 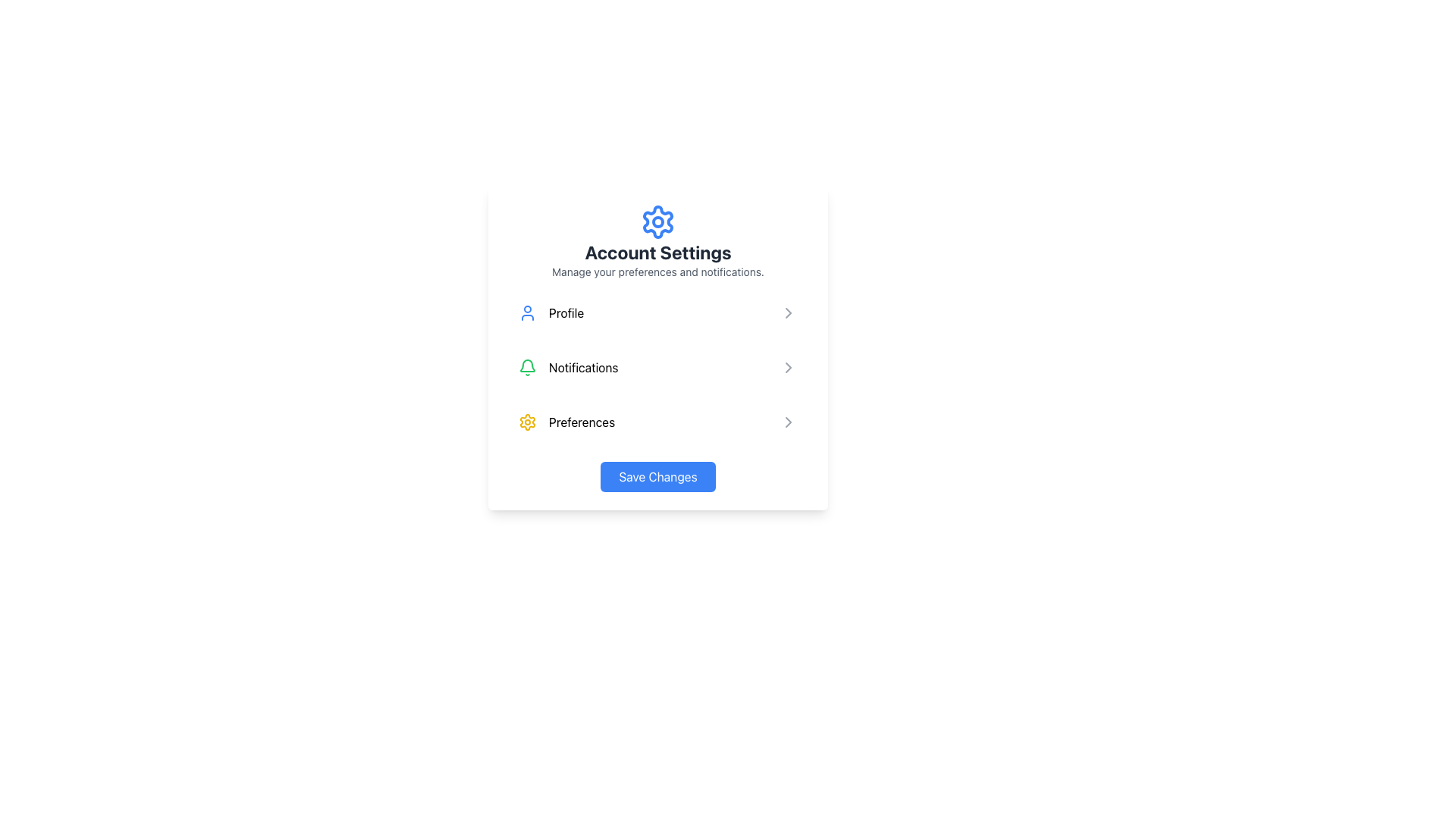 I want to click on the user profile icon, which is a blue outline of a person located next to the 'Profile' text in the 'Account Settings' menu, so click(x=528, y=312).